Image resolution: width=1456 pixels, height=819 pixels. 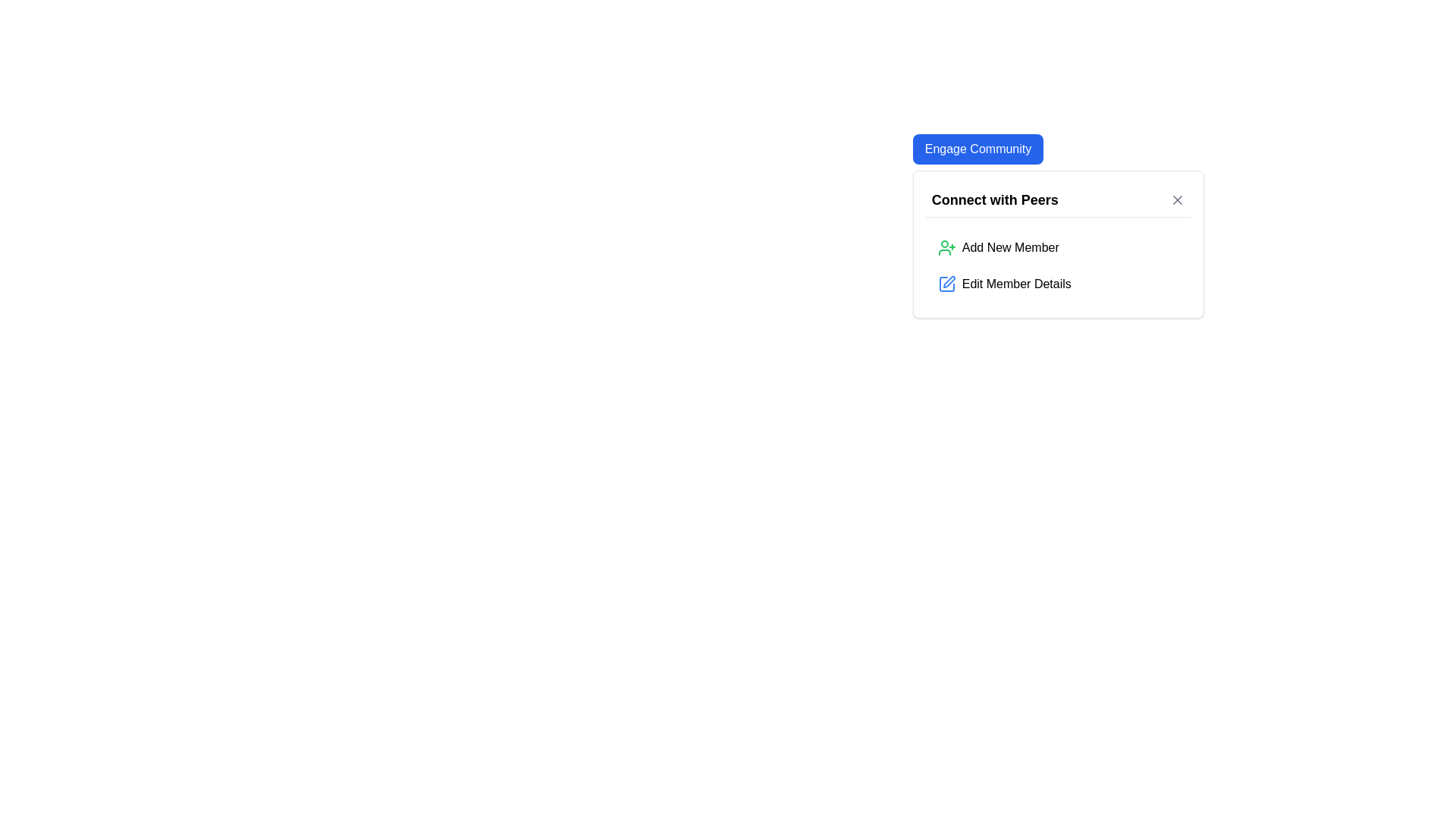 What do you see at coordinates (1176, 199) in the screenshot?
I see `the close or cancel button represented by a small X-shaped icon located in the top-right corner of the 'Connect with Peers' section` at bounding box center [1176, 199].